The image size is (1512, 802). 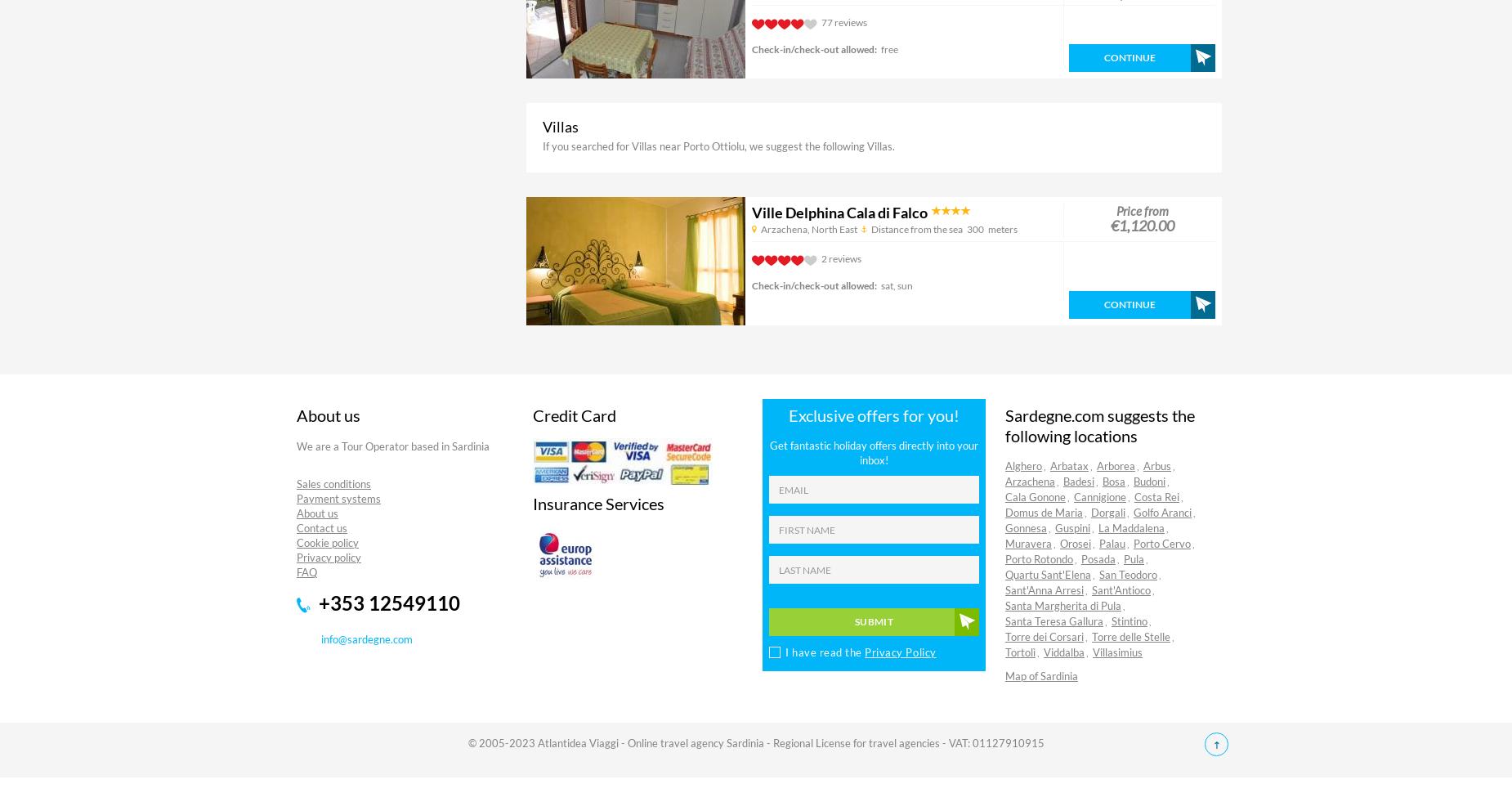 What do you see at coordinates (842, 21) in the screenshot?
I see `'77 reviews'` at bounding box center [842, 21].